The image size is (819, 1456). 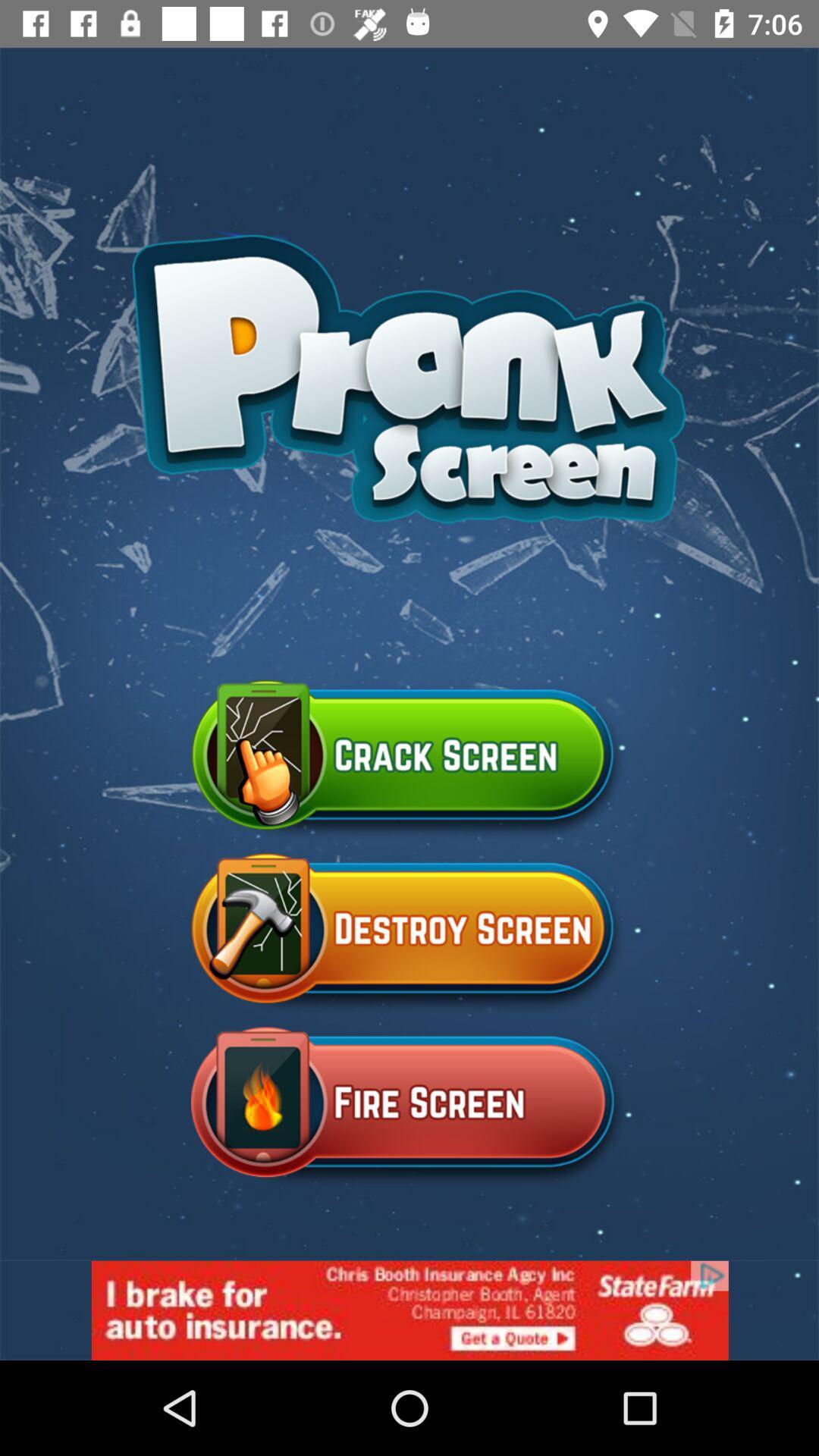 I want to click on destroy screen, so click(x=409, y=934).